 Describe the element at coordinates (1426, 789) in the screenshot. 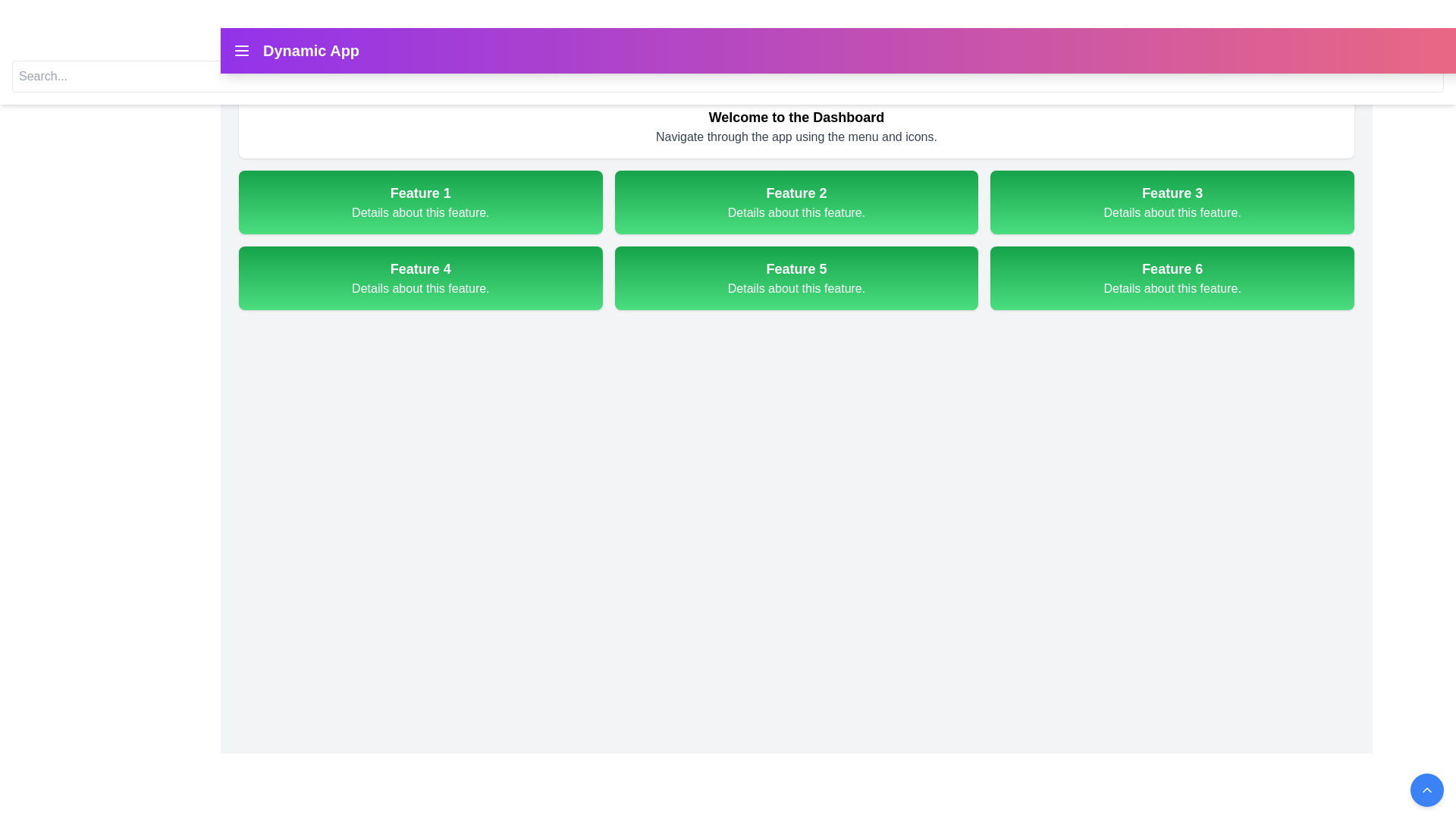

I see `the upward-pointing chevron icon located within a circular button at the bottom-right corner of the interface` at that location.